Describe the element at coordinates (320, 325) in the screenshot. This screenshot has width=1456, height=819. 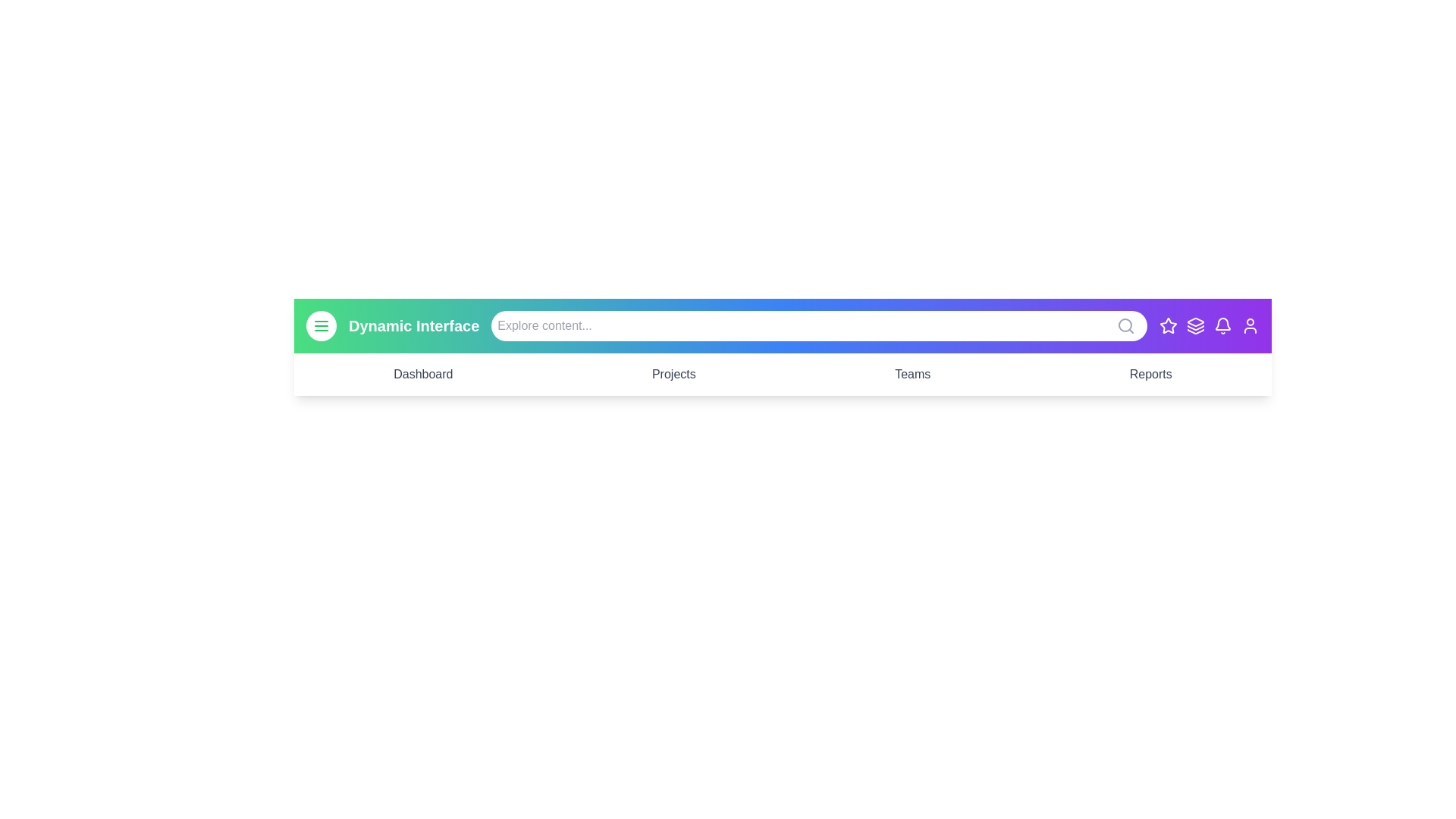
I see `the menu button to toggle the menu state` at that location.